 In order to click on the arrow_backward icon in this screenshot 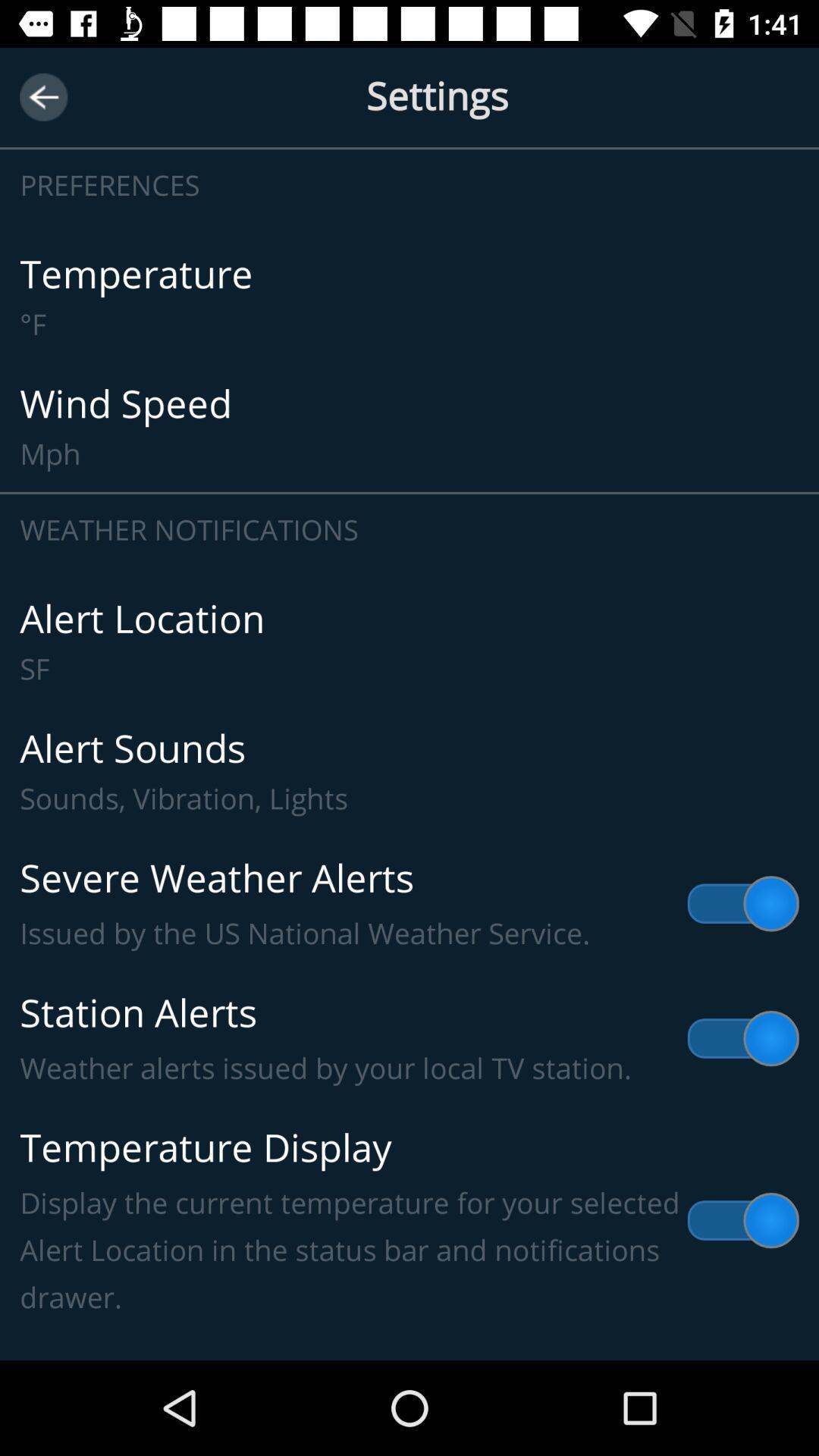, I will do `click(42, 96)`.